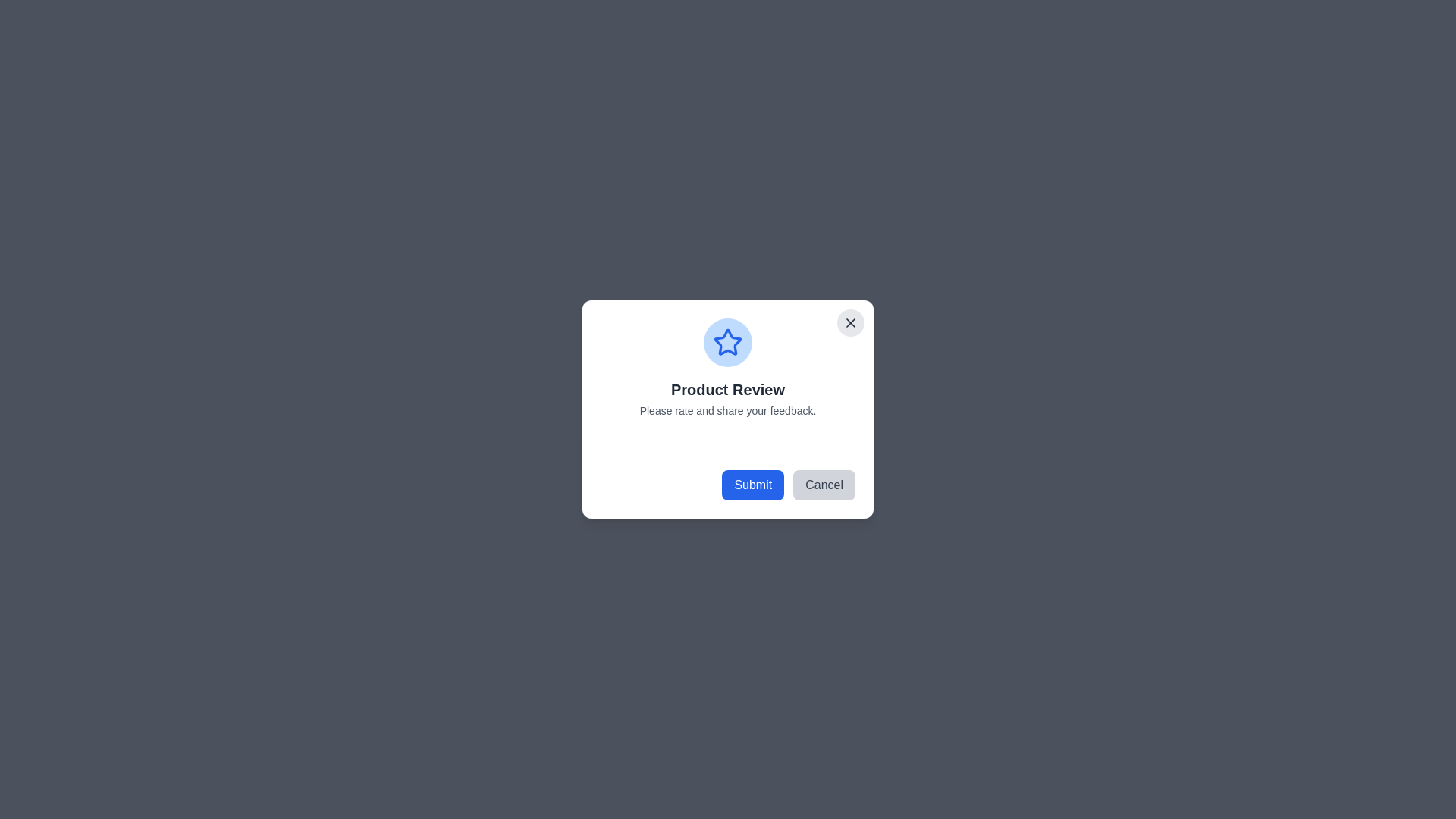 Image resolution: width=1456 pixels, height=819 pixels. Describe the element at coordinates (728, 342) in the screenshot. I see `the blue star-shaped icon with a white fill and blue stroke, which is located in the center of the dialog box above the text 'Product Review'` at that location.